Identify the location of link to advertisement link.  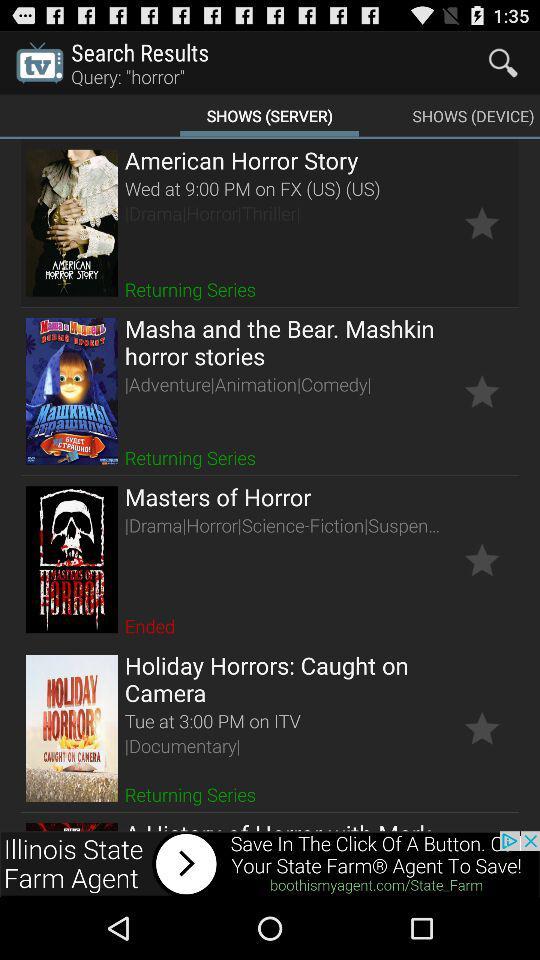
(270, 863).